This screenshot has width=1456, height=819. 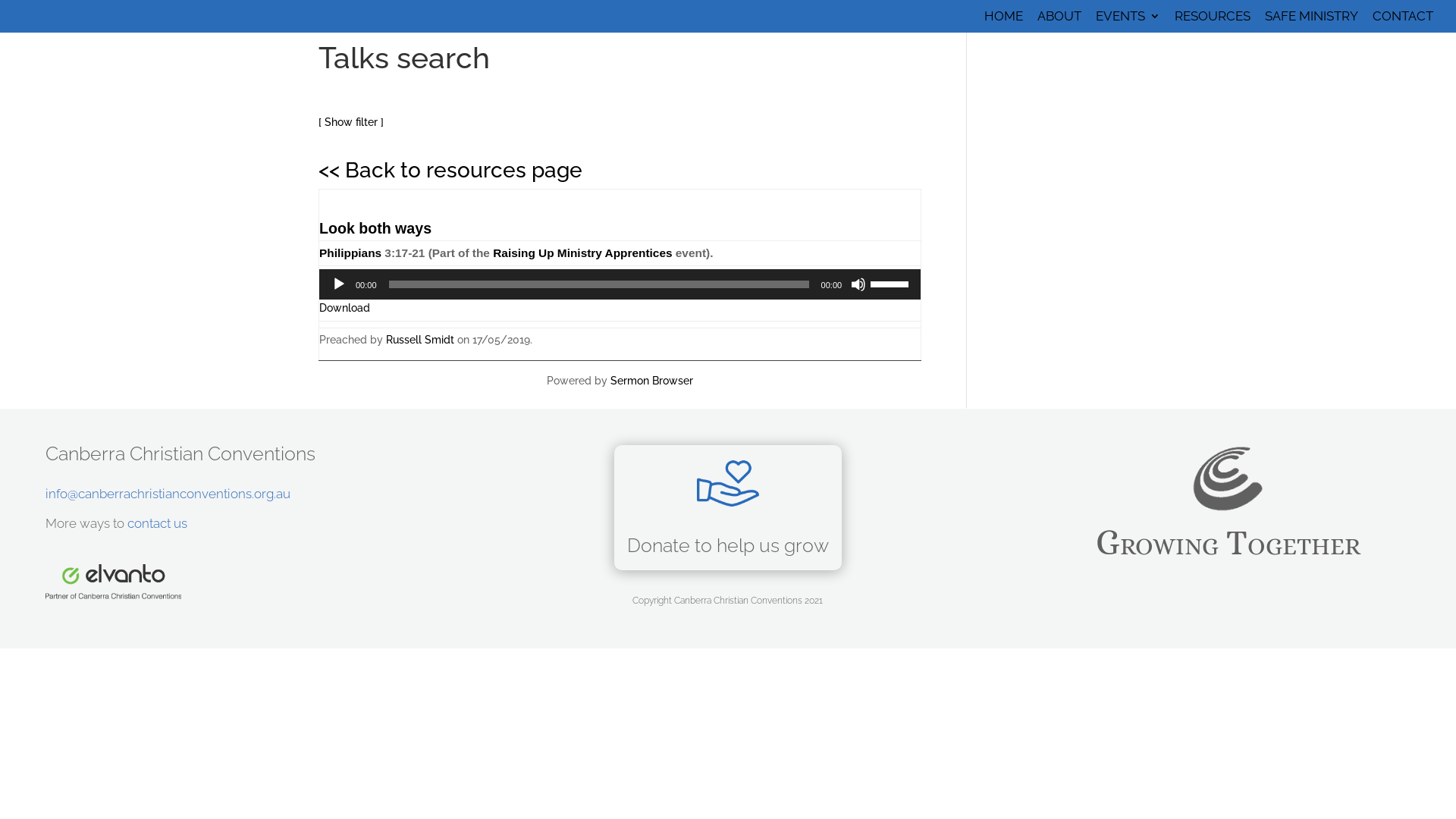 I want to click on 'Look both ways', so click(x=318, y=227).